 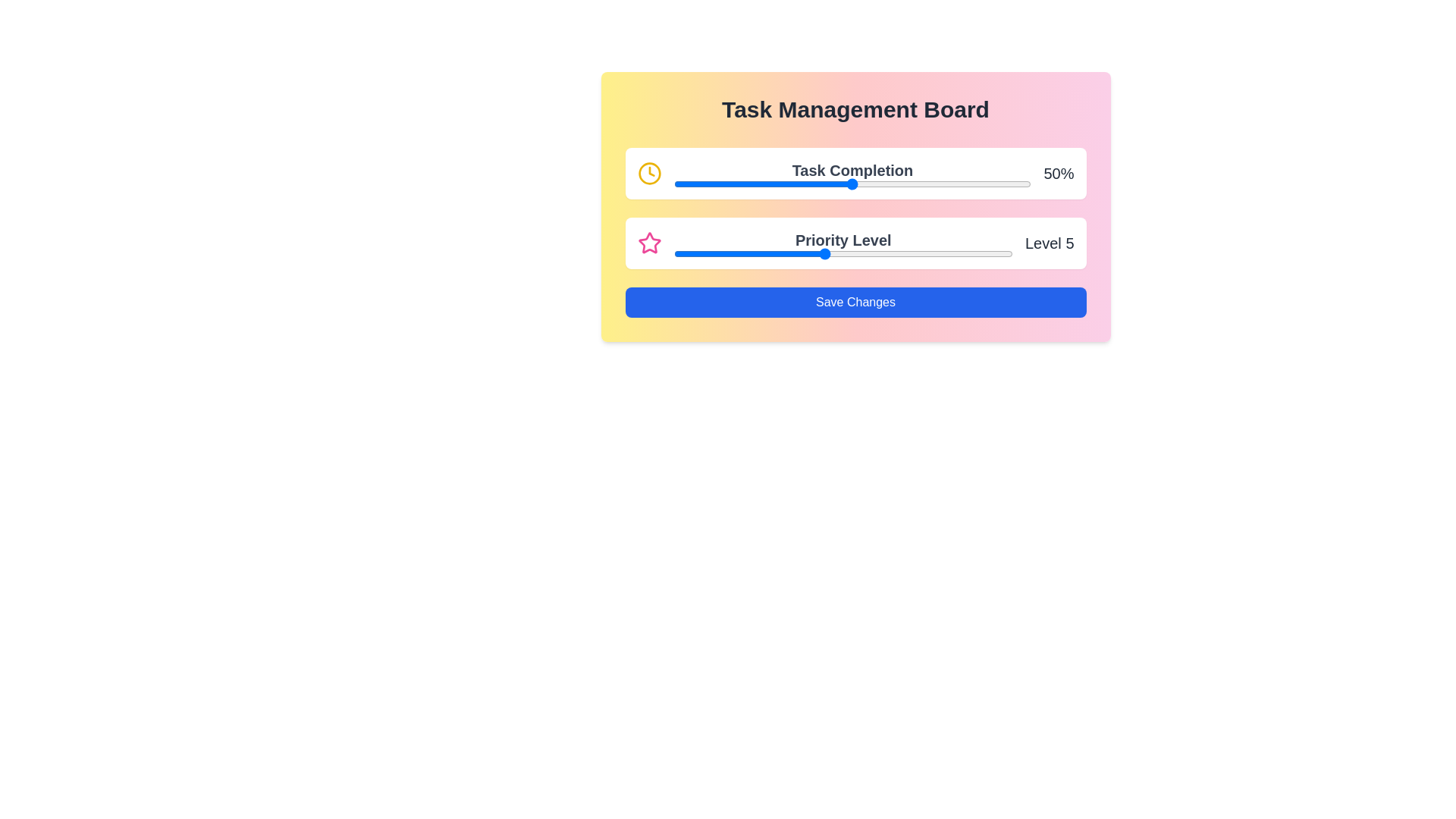 I want to click on task completion, so click(x=899, y=180).